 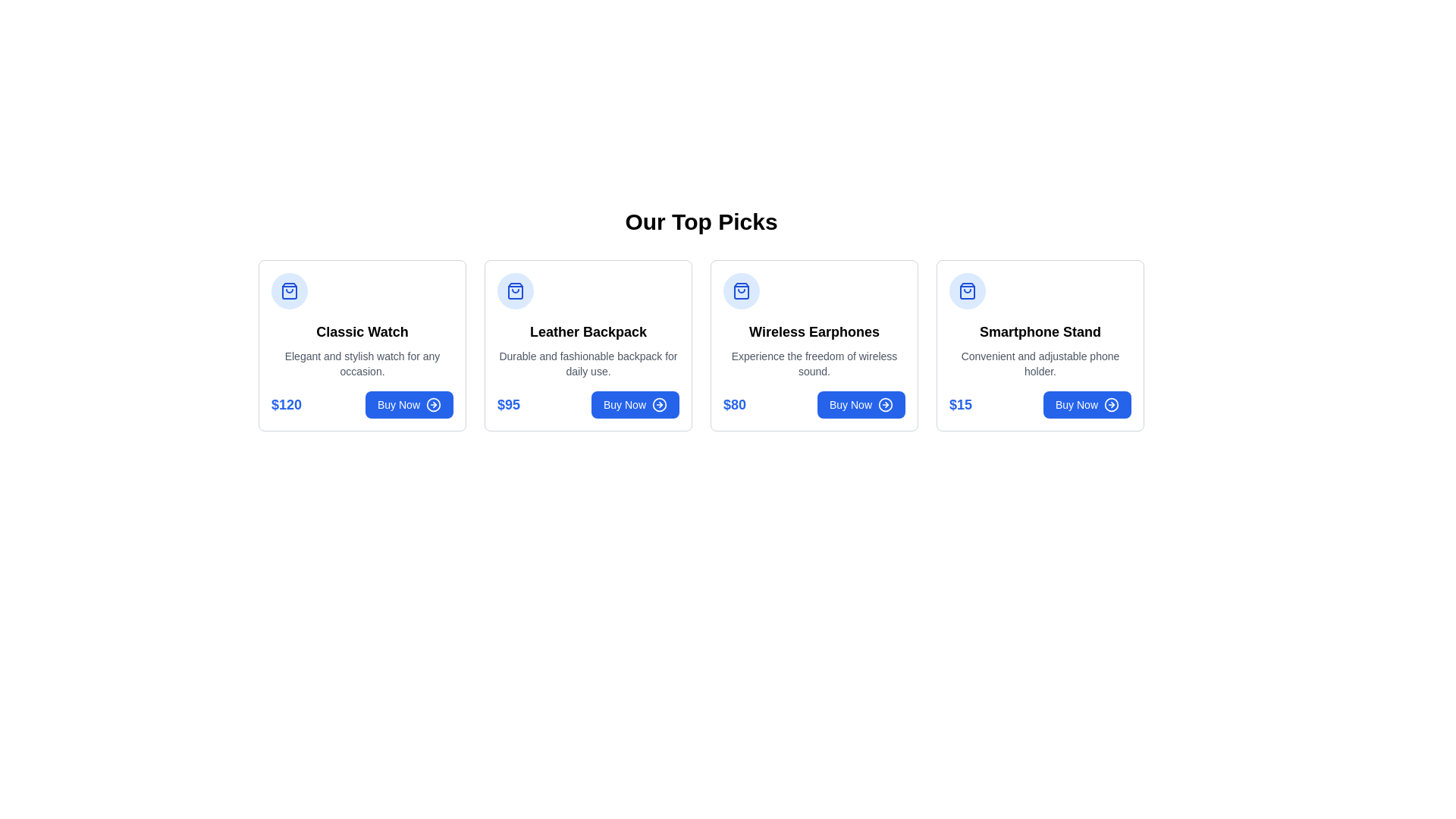 I want to click on the text block that contains 'Elegant and stylish watch for any occasion.' which is styled in light gray color and positioned below 'Classic Watch', so click(x=362, y=363).